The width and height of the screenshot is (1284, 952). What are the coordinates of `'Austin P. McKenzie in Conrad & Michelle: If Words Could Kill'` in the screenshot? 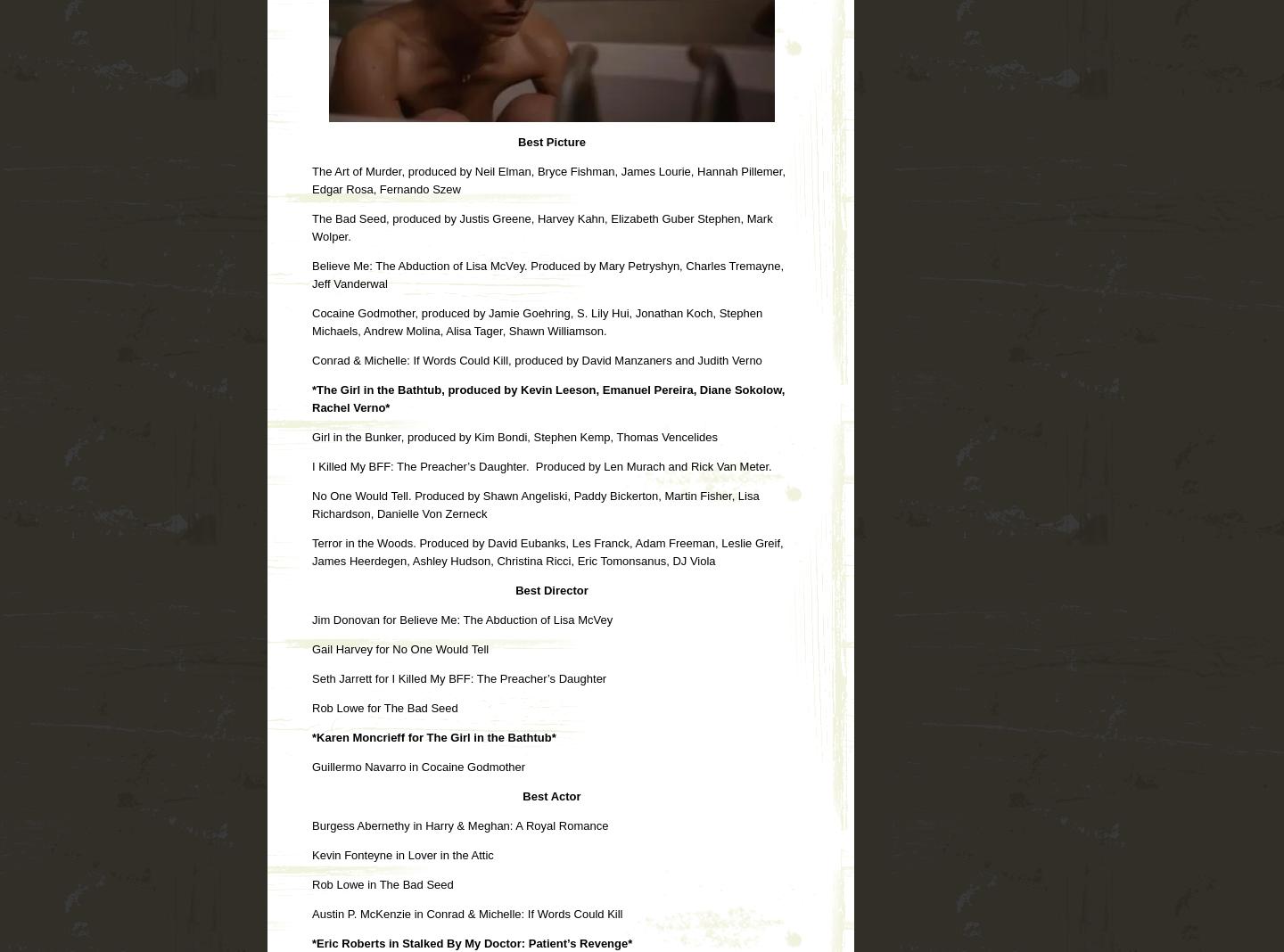 It's located at (466, 913).